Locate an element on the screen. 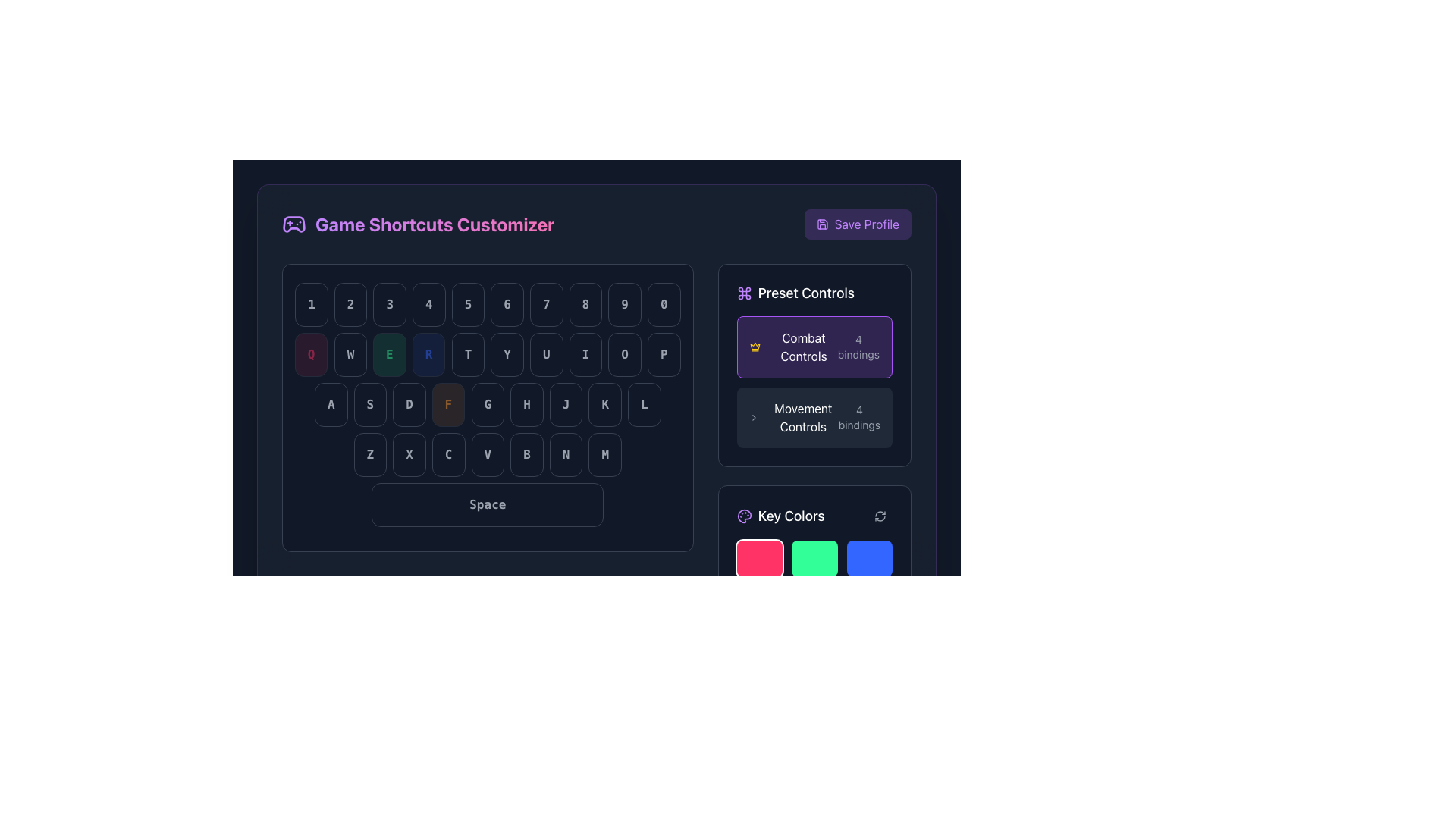 This screenshot has height=819, width=1456. the keyboard key labeled 'S' is located at coordinates (370, 403).